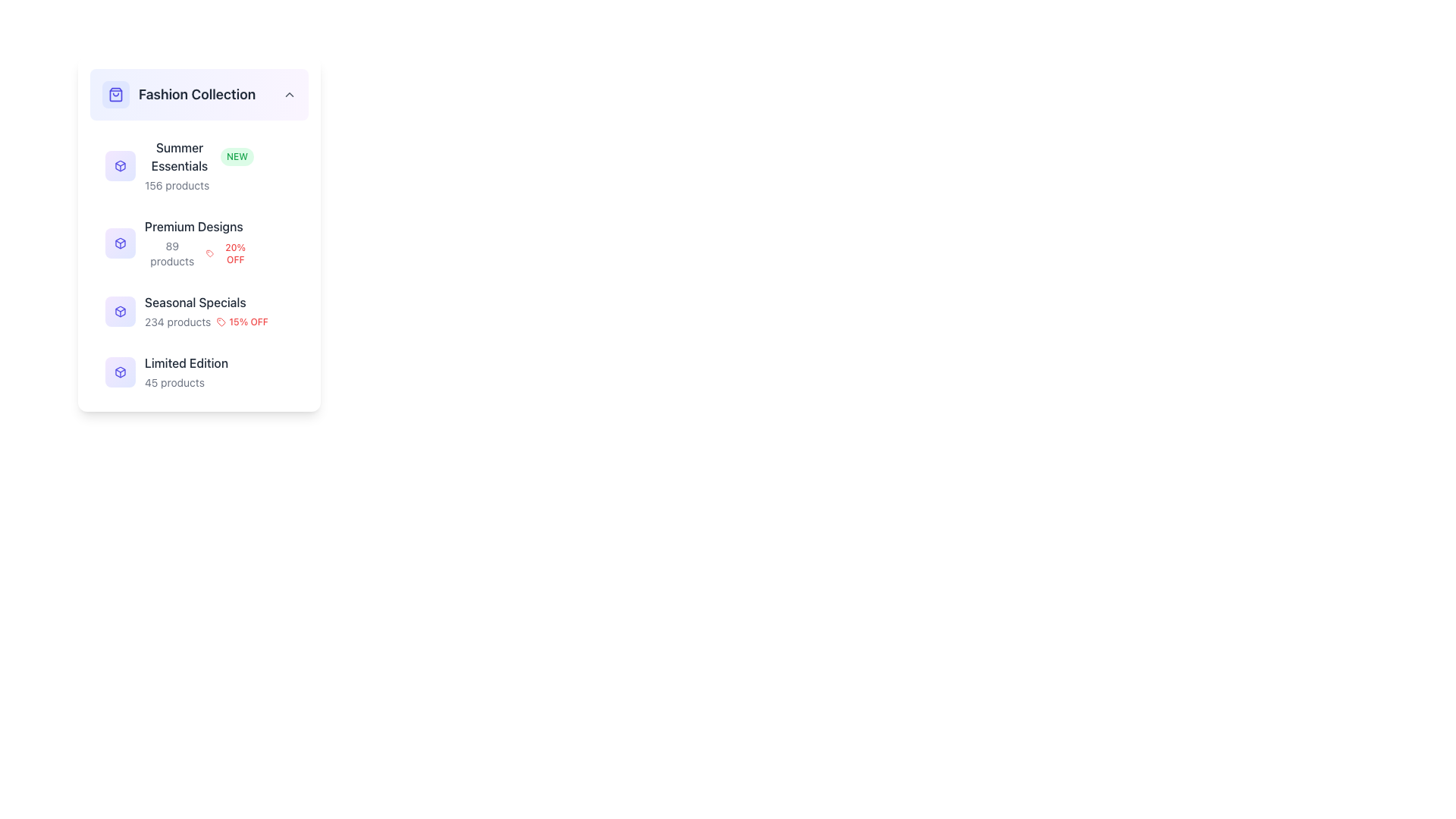 The height and width of the screenshot is (819, 1456). I want to click on the 'NEW' badge attached to the 'Summer Essentials' text label in the 'Fashion Collection' section to potentially reveal more details, so click(199, 157).